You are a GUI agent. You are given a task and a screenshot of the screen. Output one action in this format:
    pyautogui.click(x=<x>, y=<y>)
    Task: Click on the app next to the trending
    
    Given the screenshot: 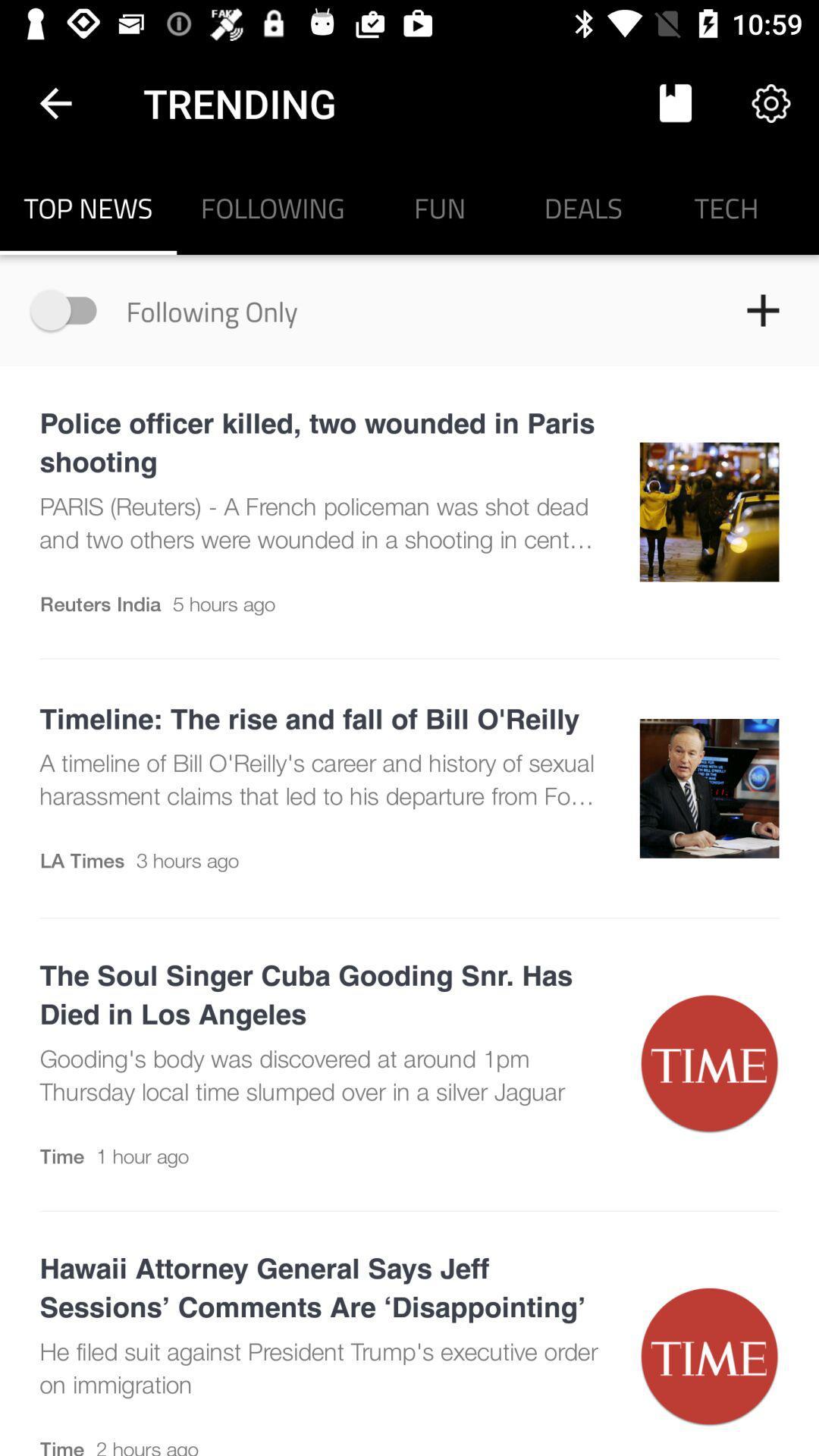 What is the action you would take?
    pyautogui.click(x=675, y=102)
    